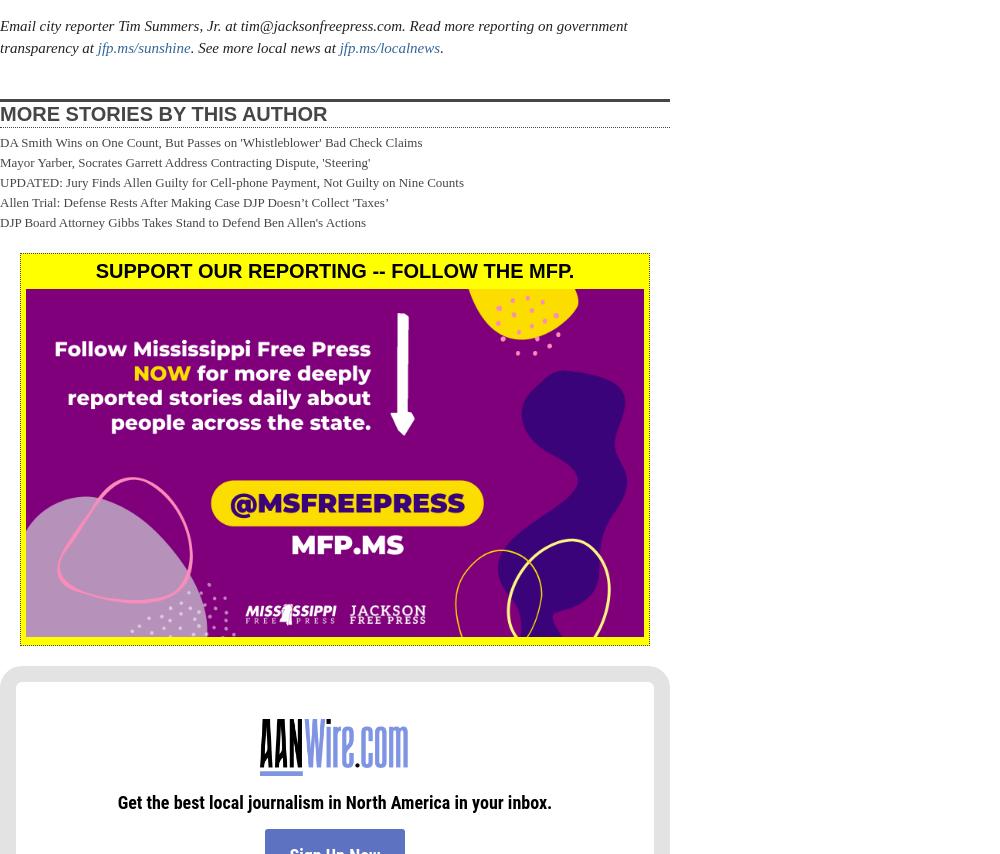  Describe the element at coordinates (320, 24) in the screenshot. I see `'tim@jacksonfreepress.com'` at that location.